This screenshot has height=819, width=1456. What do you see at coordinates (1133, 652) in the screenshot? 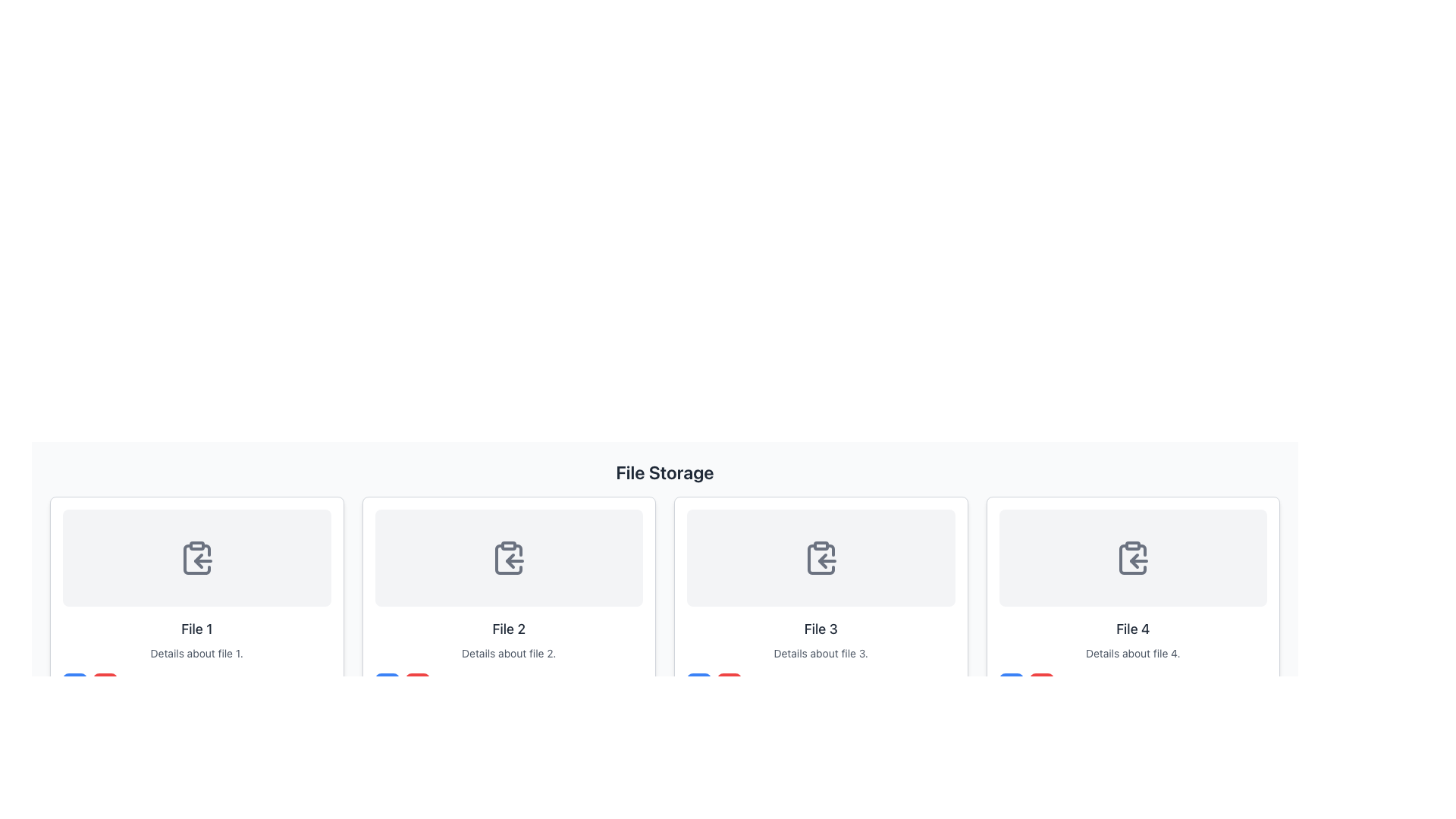
I see `the text label displaying 'Details about file 4.' located beneath the title 'File 4' in the fourth file card` at bounding box center [1133, 652].